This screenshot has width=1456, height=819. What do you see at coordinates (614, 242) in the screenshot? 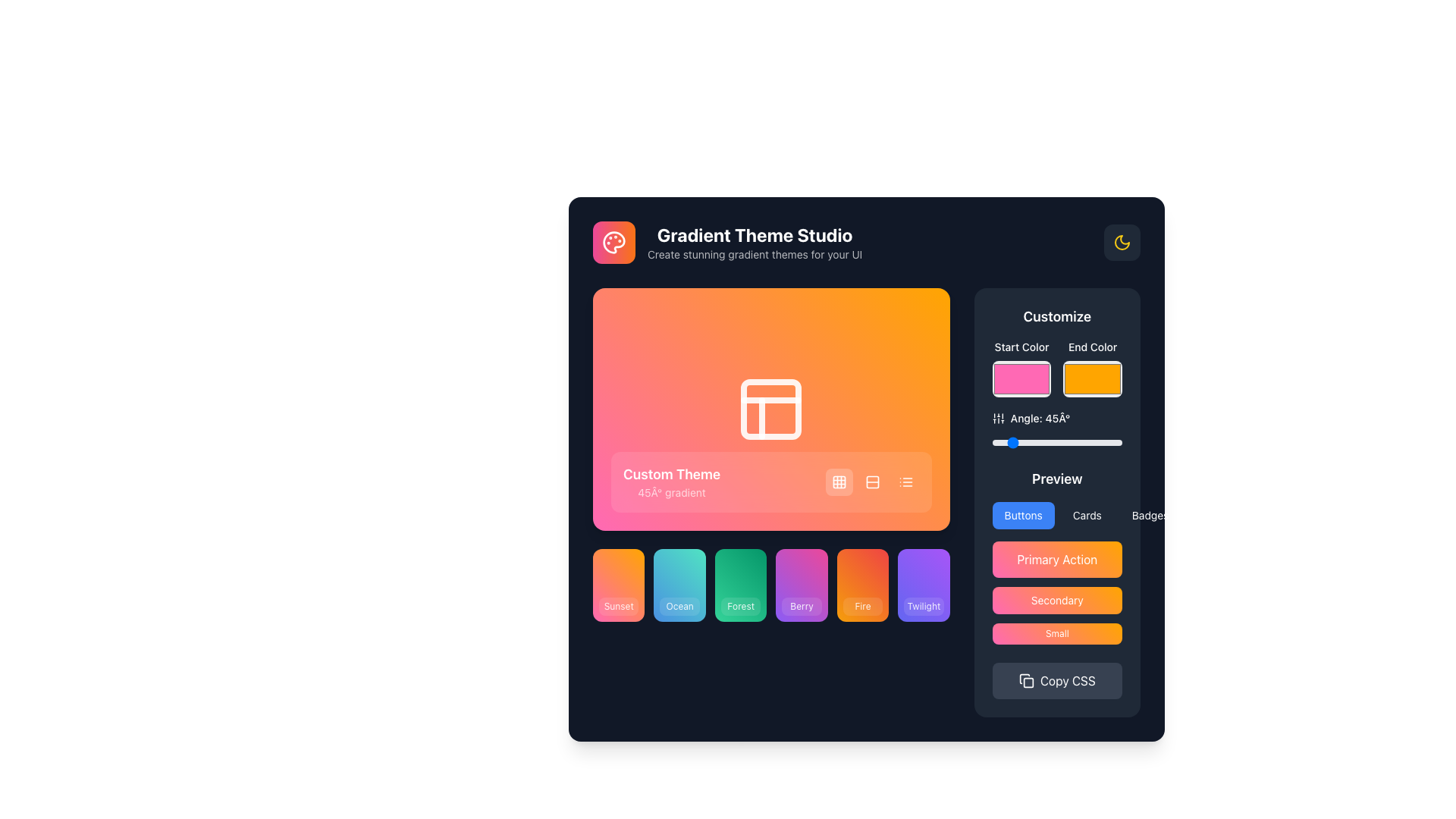
I see `the painter's palette icon located in the top-left corner of the interface, adjacent to the title 'Gradient Theme Studio'` at bounding box center [614, 242].